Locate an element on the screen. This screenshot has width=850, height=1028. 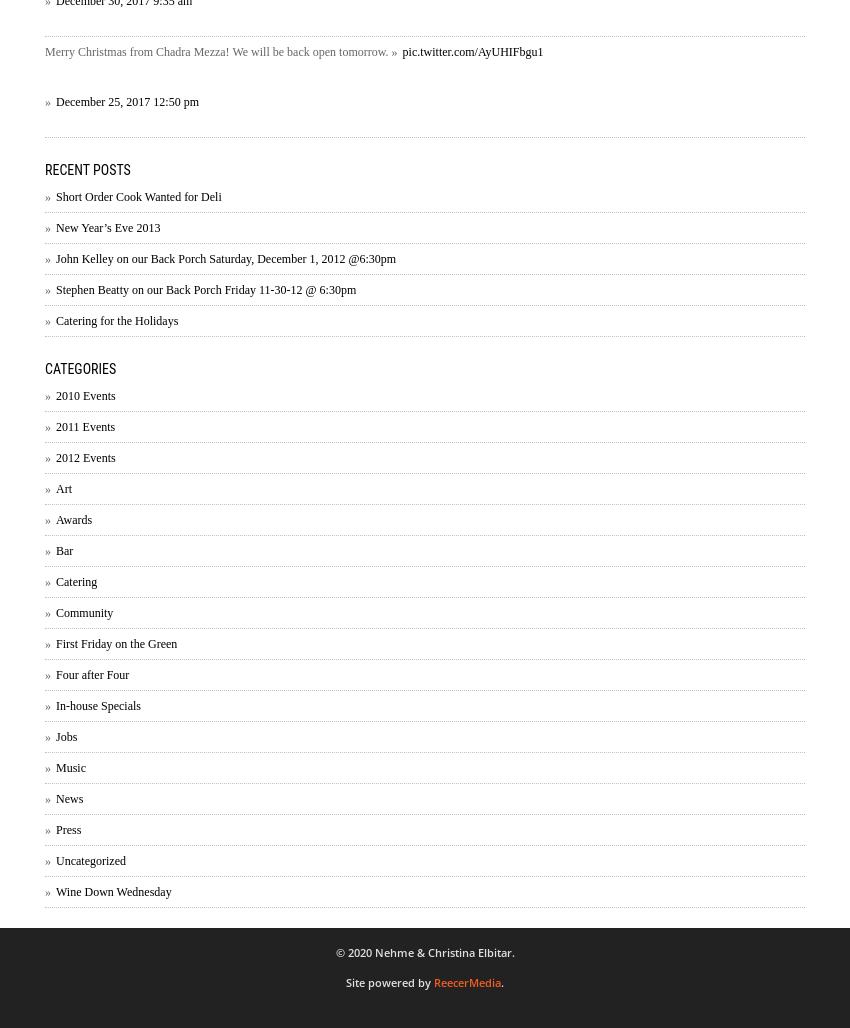
'December 25, 2017 12:50 pm' is located at coordinates (125, 99).